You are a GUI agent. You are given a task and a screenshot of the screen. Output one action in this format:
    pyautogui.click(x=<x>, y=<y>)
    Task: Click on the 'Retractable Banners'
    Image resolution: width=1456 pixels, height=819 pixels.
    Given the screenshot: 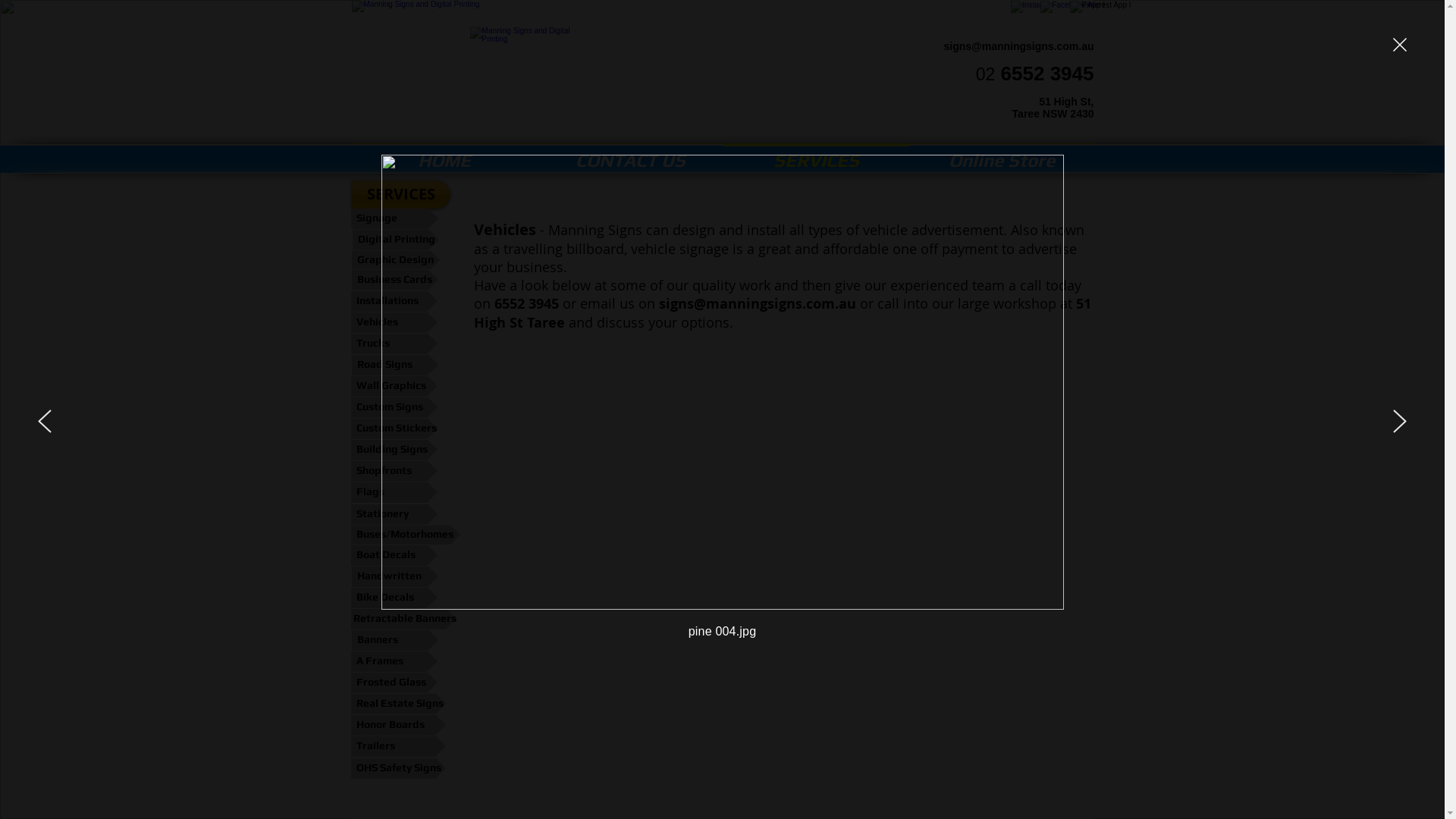 What is the action you would take?
    pyautogui.click(x=403, y=618)
    